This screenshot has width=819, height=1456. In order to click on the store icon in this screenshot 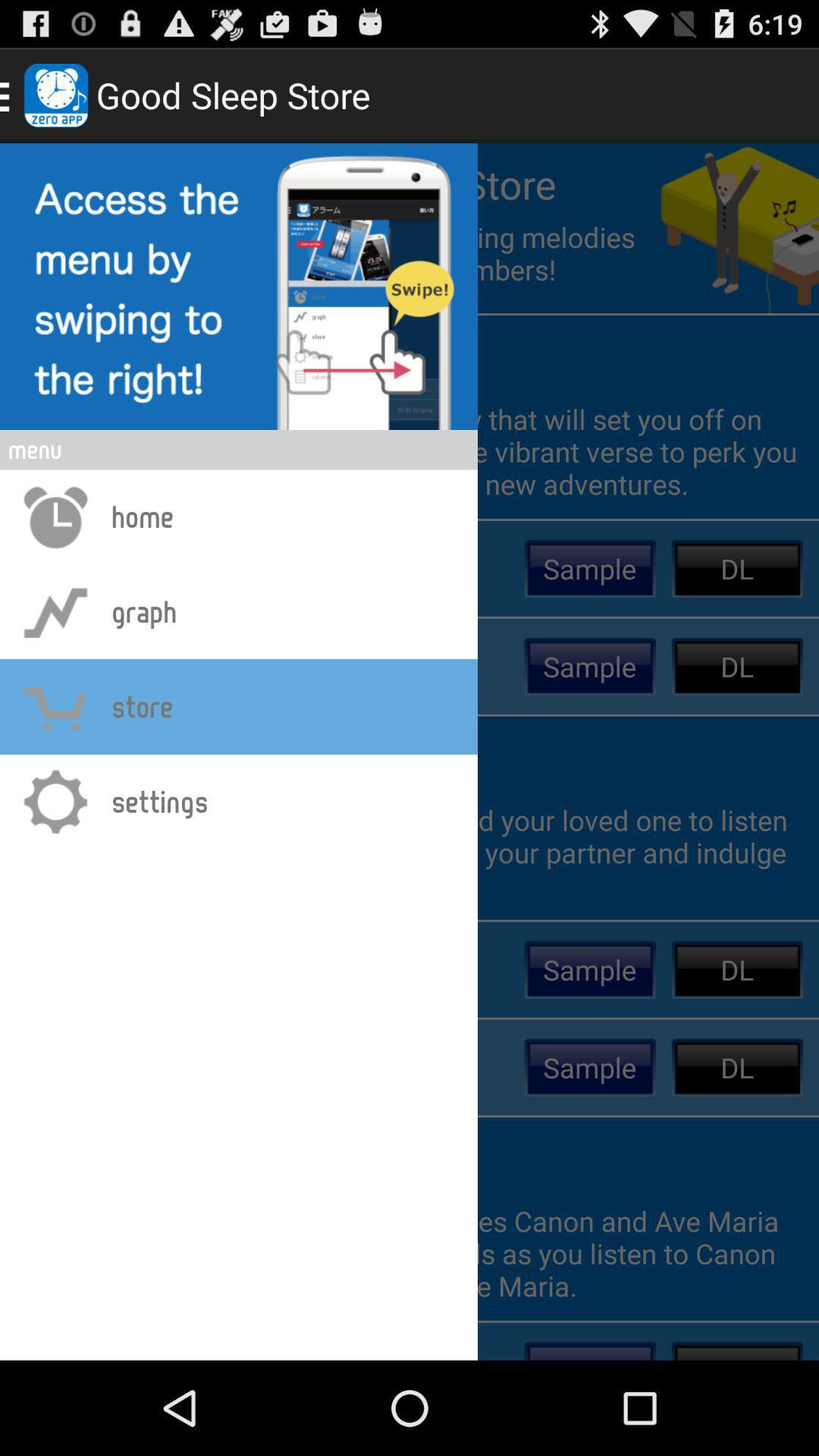, I will do `click(55, 705)`.